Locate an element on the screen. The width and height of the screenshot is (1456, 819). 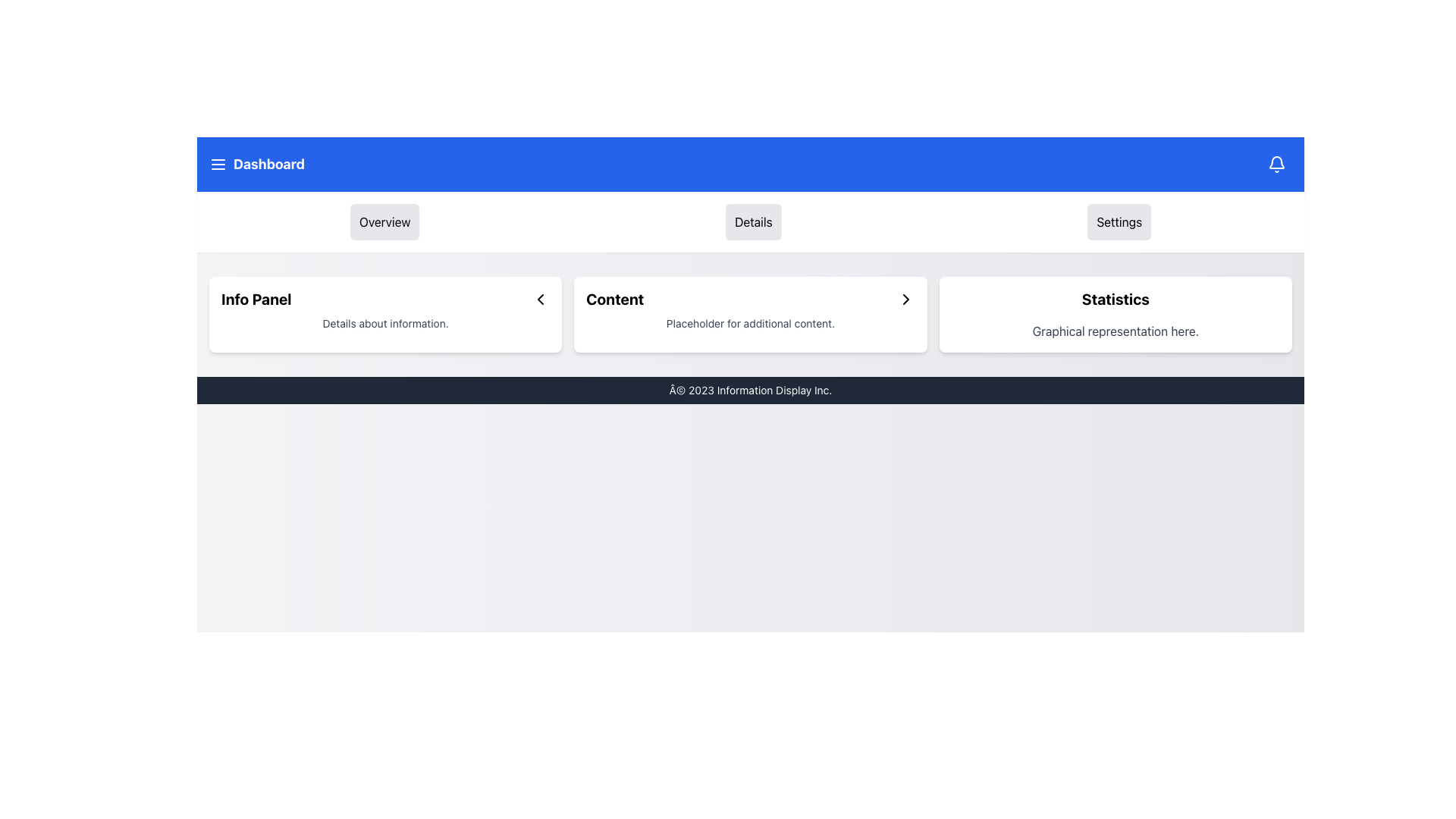
the circular notification button with a bell icon located at the top-right corner of the blue navigation bar to interact with it is located at coordinates (1276, 164).